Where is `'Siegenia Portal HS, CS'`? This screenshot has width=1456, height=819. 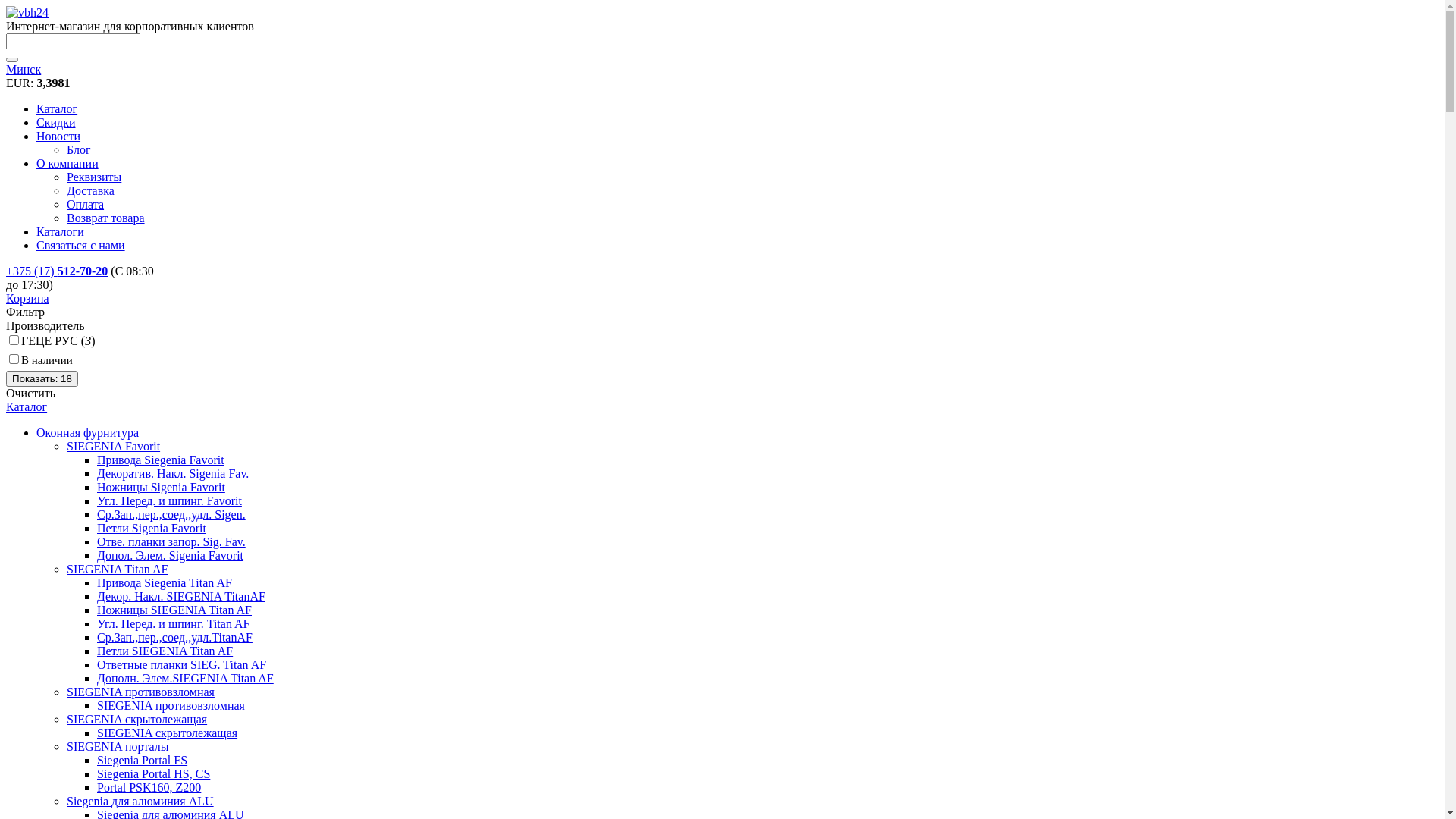
'Siegenia Portal HS, CS' is located at coordinates (153, 773).